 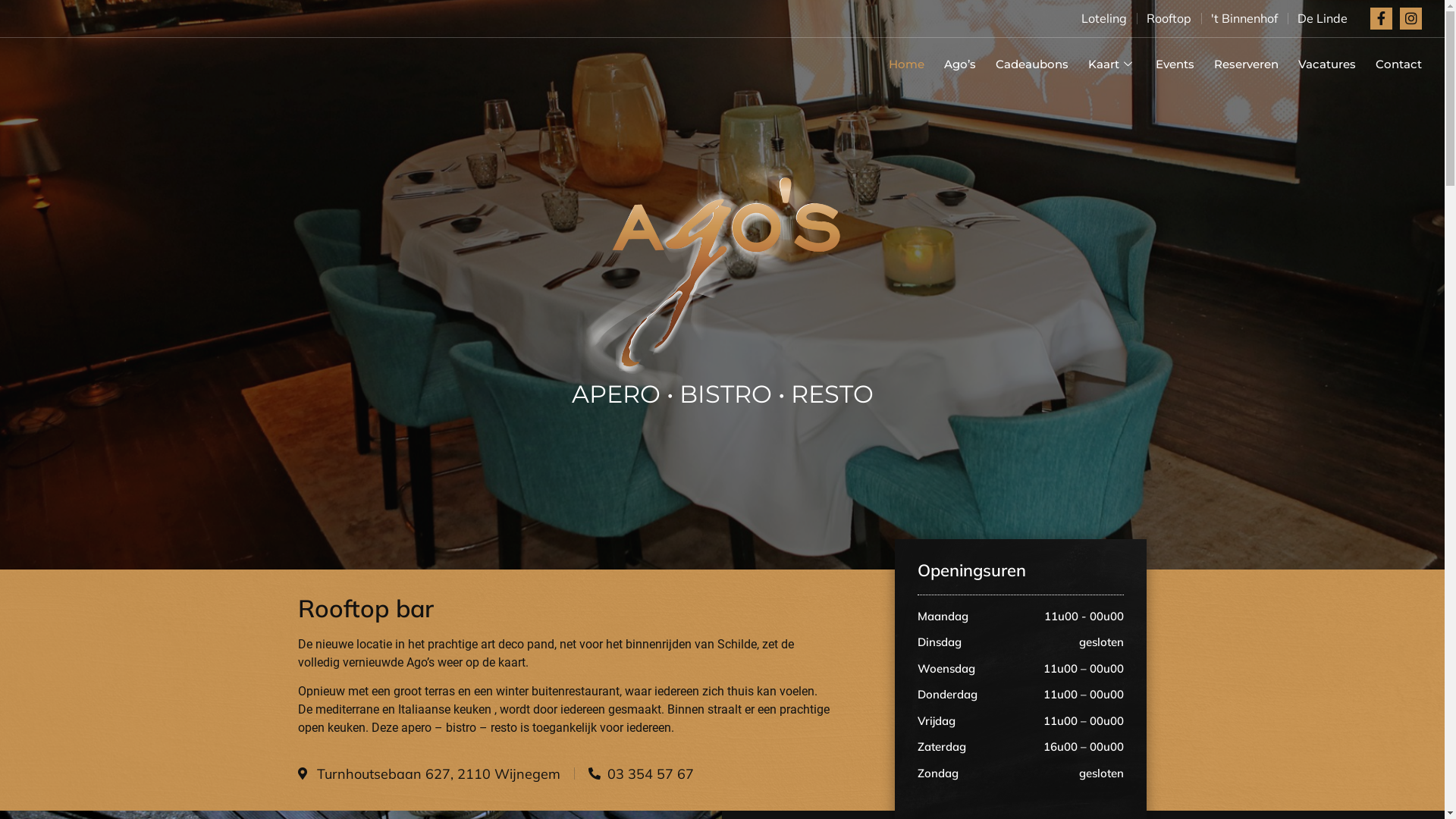 I want to click on '03 354 57 67', so click(x=588, y=773).